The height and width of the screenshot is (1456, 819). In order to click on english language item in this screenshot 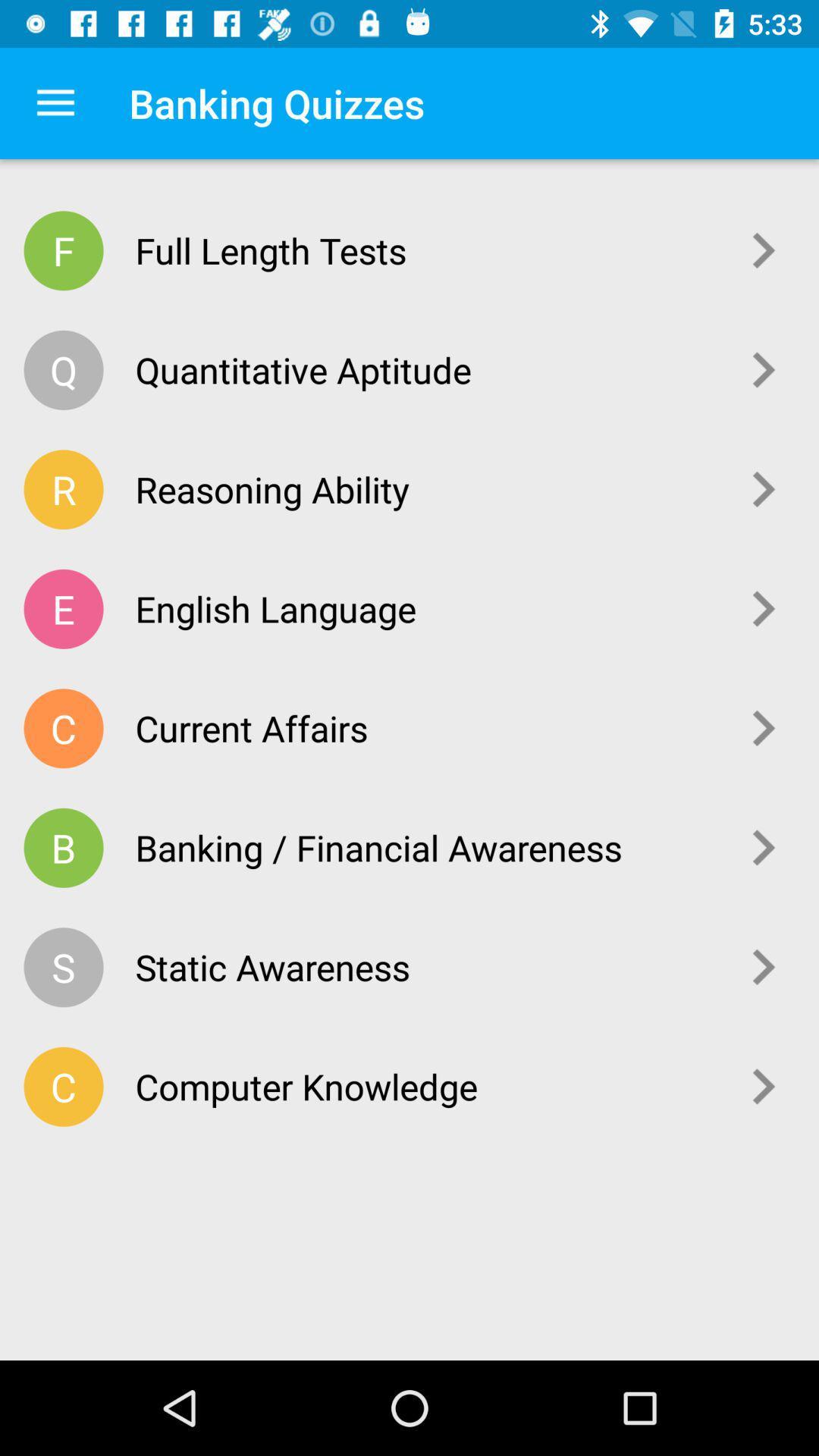, I will do `click(425, 608)`.